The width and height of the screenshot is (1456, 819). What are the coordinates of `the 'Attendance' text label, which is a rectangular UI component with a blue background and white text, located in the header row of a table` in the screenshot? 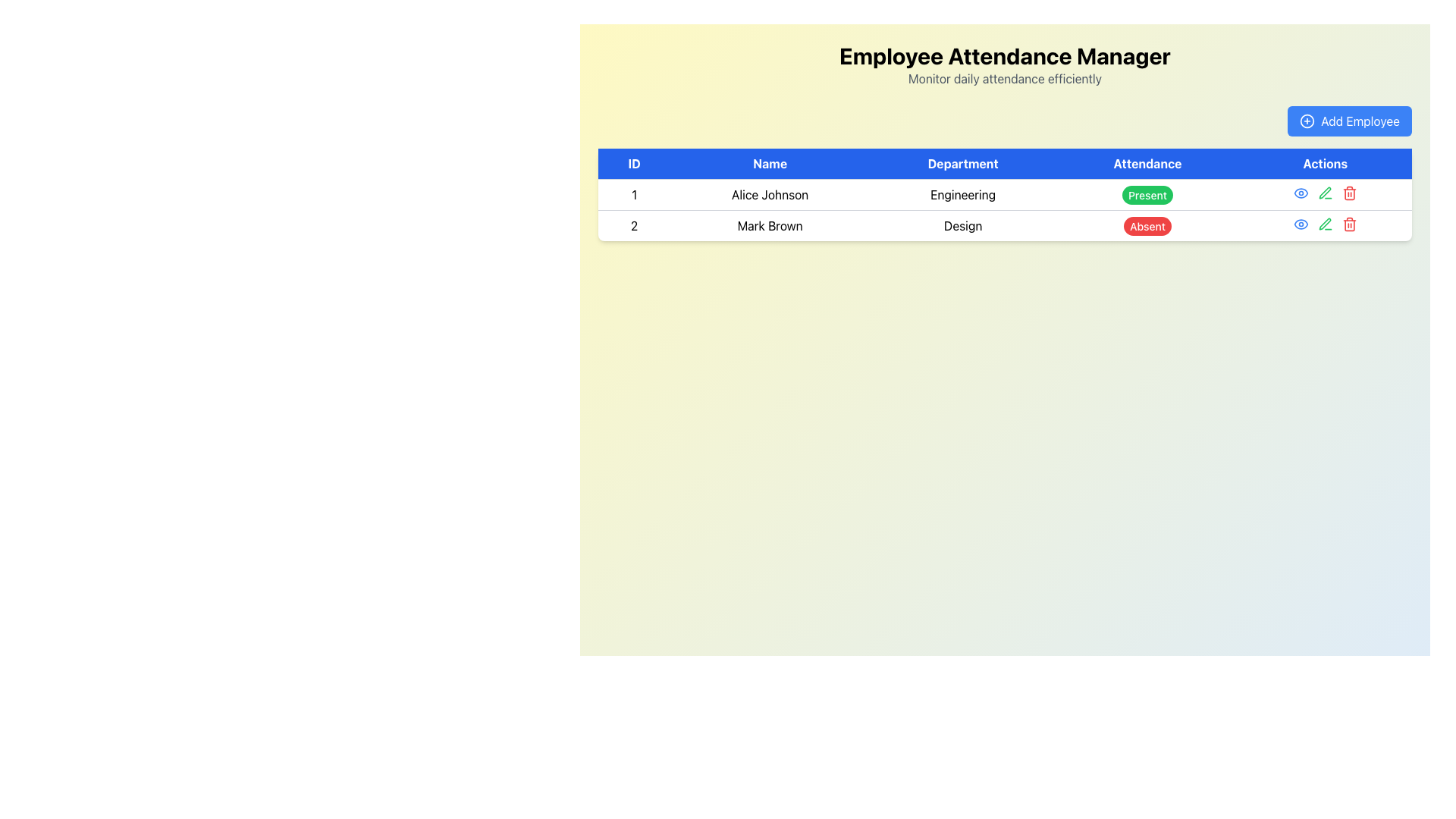 It's located at (1147, 164).